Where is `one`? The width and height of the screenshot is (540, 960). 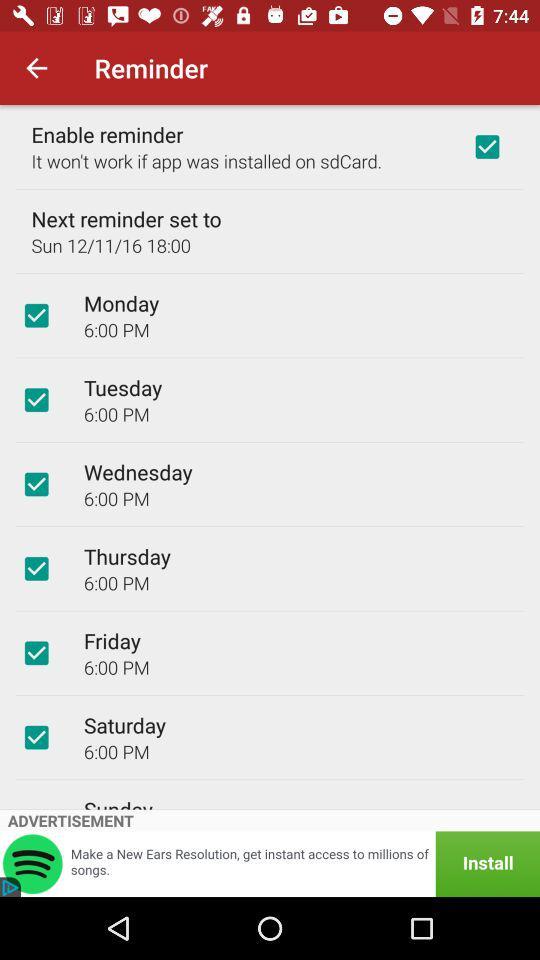 one is located at coordinates (486, 145).